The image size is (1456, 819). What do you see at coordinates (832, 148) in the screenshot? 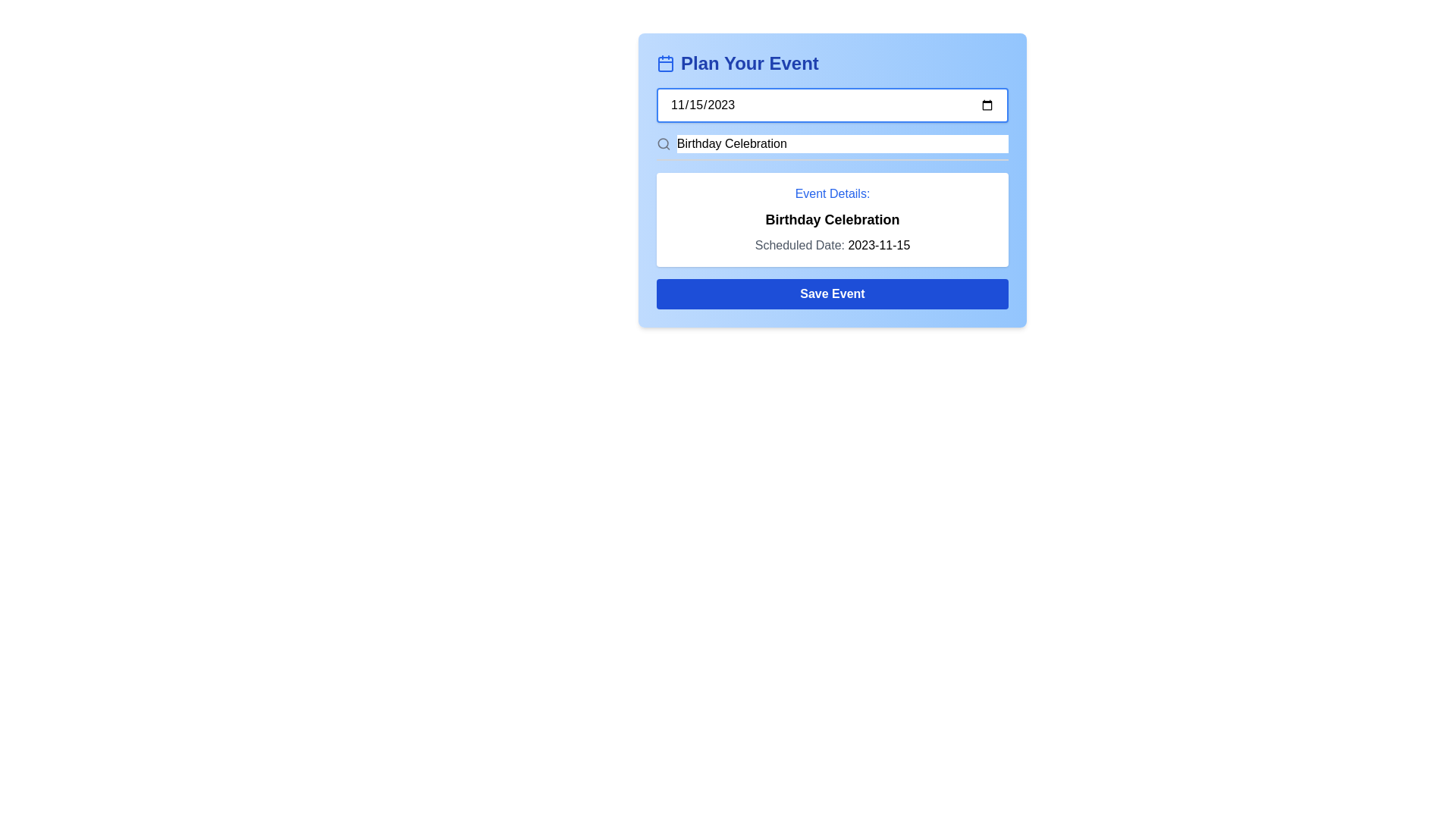
I see `the interactive text input field labeled 'Event Name' to focus on it, which currently displays 'Birthday Celebration'` at bounding box center [832, 148].